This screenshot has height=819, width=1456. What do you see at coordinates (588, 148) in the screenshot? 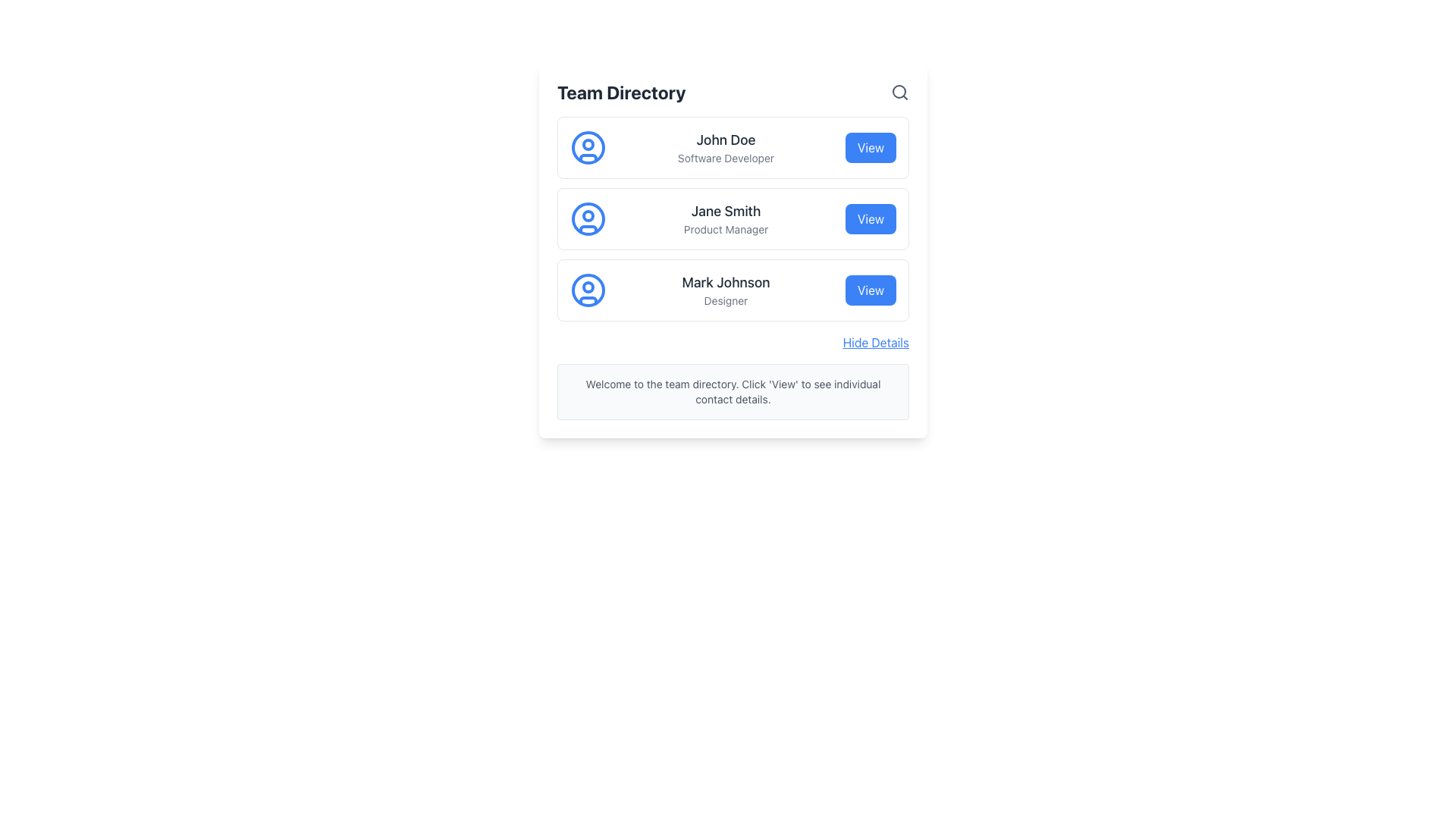
I see `the Circular SVG shape that serves as the outer boundary of the user profile icon for 'John Doe', which is located to the left of the text in the user profiles list` at bounding box center [588, 148].